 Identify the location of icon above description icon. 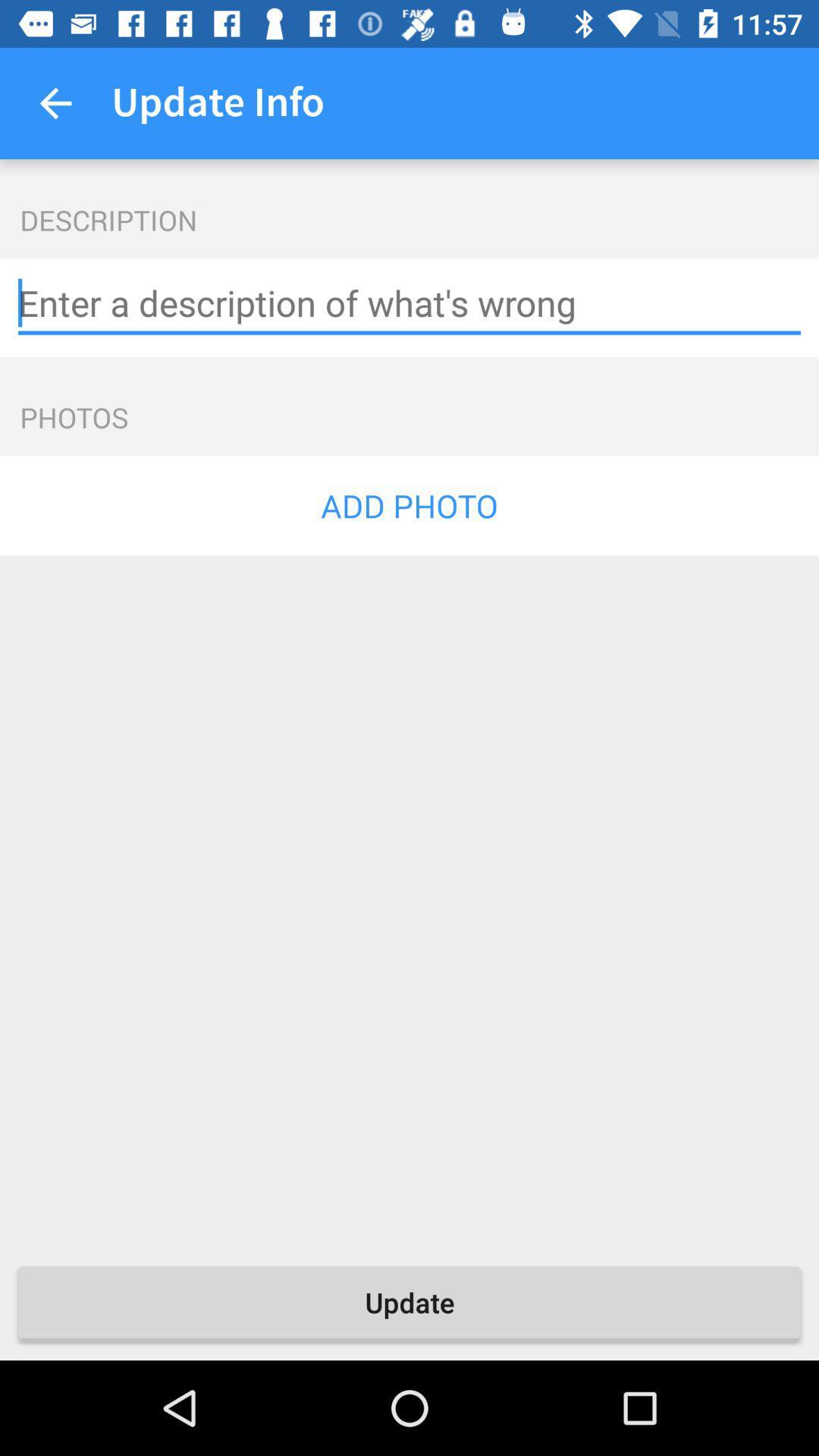
(55, 102).